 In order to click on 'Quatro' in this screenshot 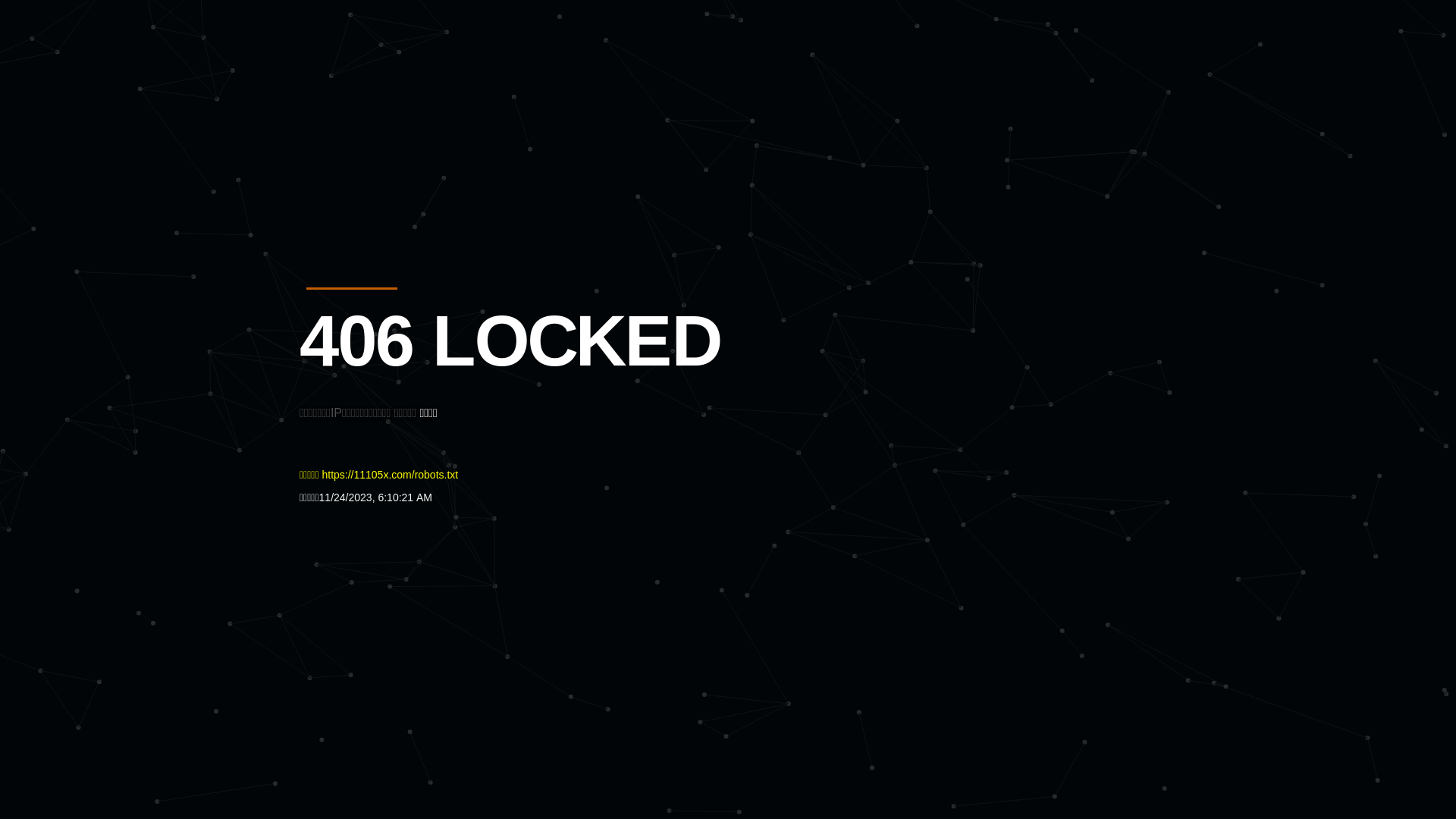, I will do `click(411, 86)`.